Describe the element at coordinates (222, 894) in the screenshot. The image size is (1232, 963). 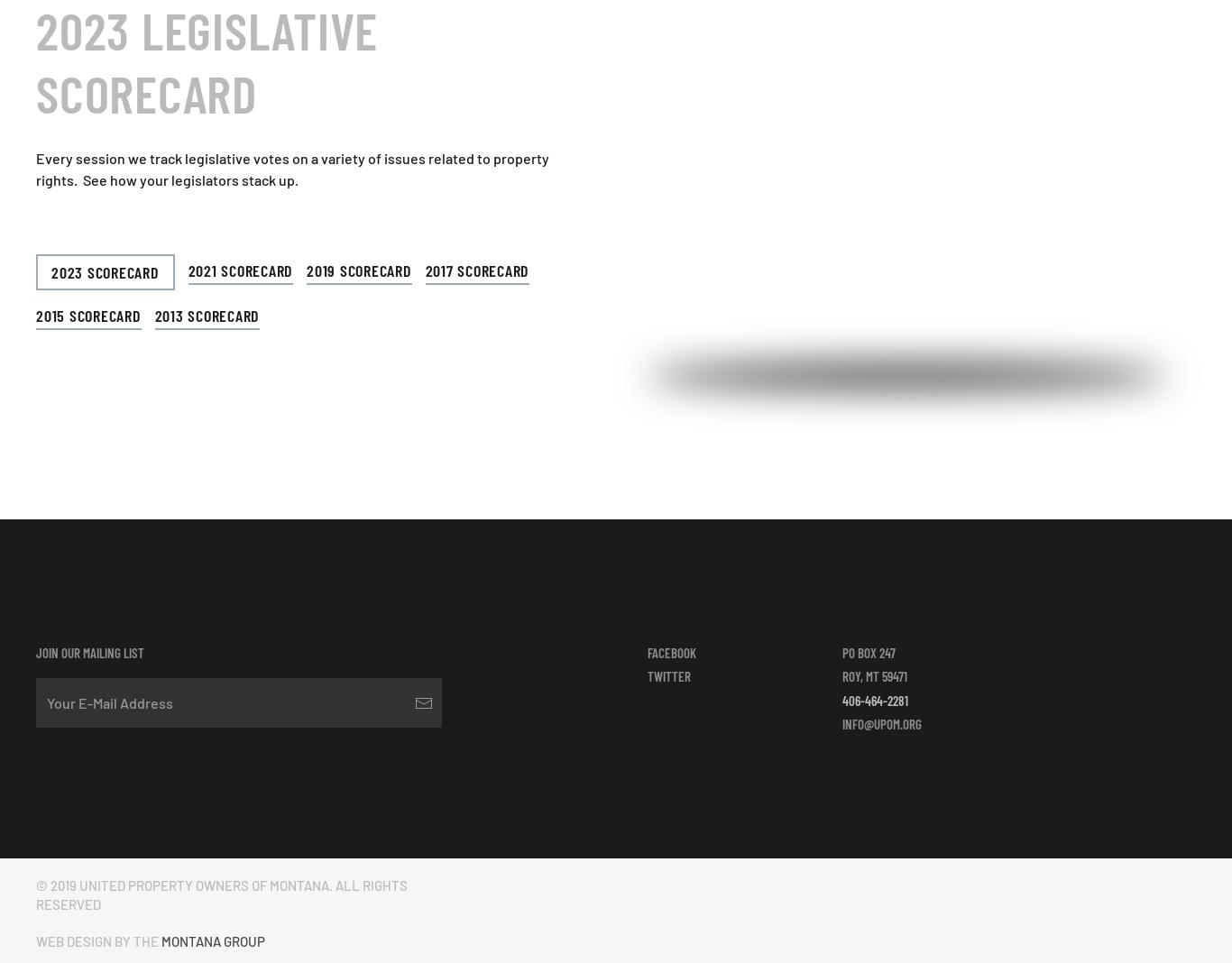
I see `'© 2019 United Property Owners of Montana. All Rights Reserved'` at that location.